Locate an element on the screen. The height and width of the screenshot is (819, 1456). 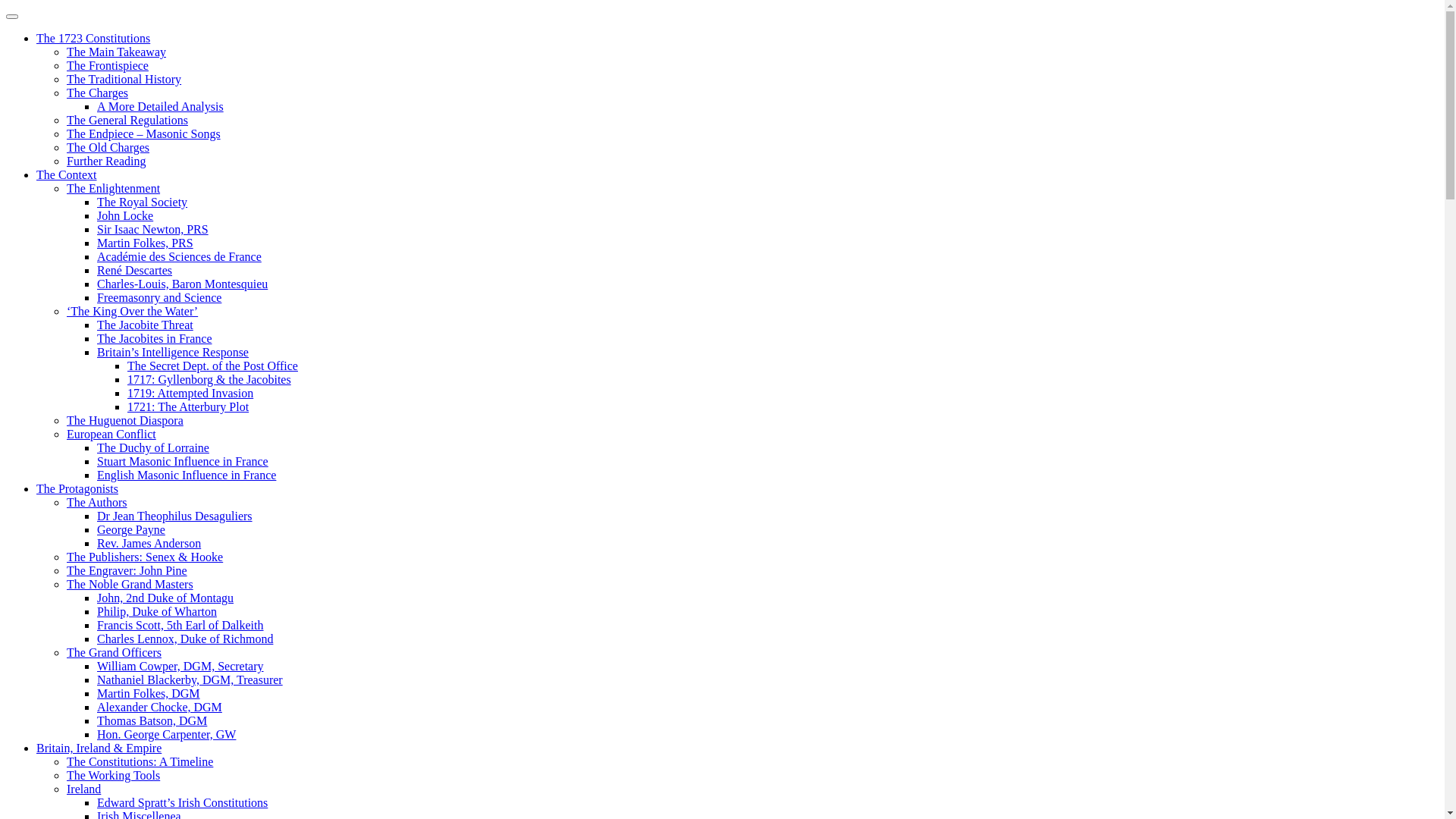
'Sir Isaac Newton, PRS' is located at coordinates (152, 229).